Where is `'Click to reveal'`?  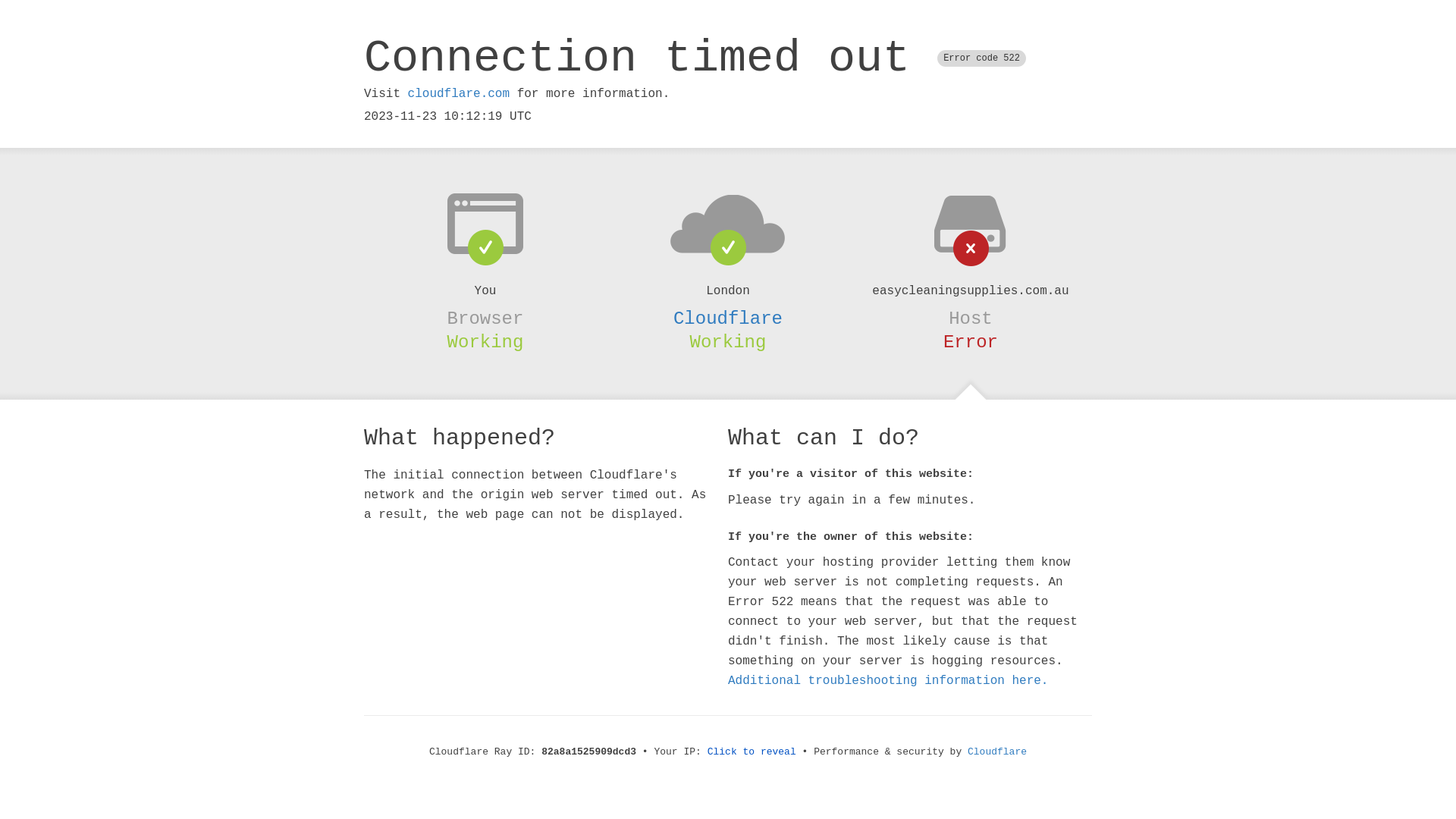 'Click to reveal' is located at coordinates (752, 752).